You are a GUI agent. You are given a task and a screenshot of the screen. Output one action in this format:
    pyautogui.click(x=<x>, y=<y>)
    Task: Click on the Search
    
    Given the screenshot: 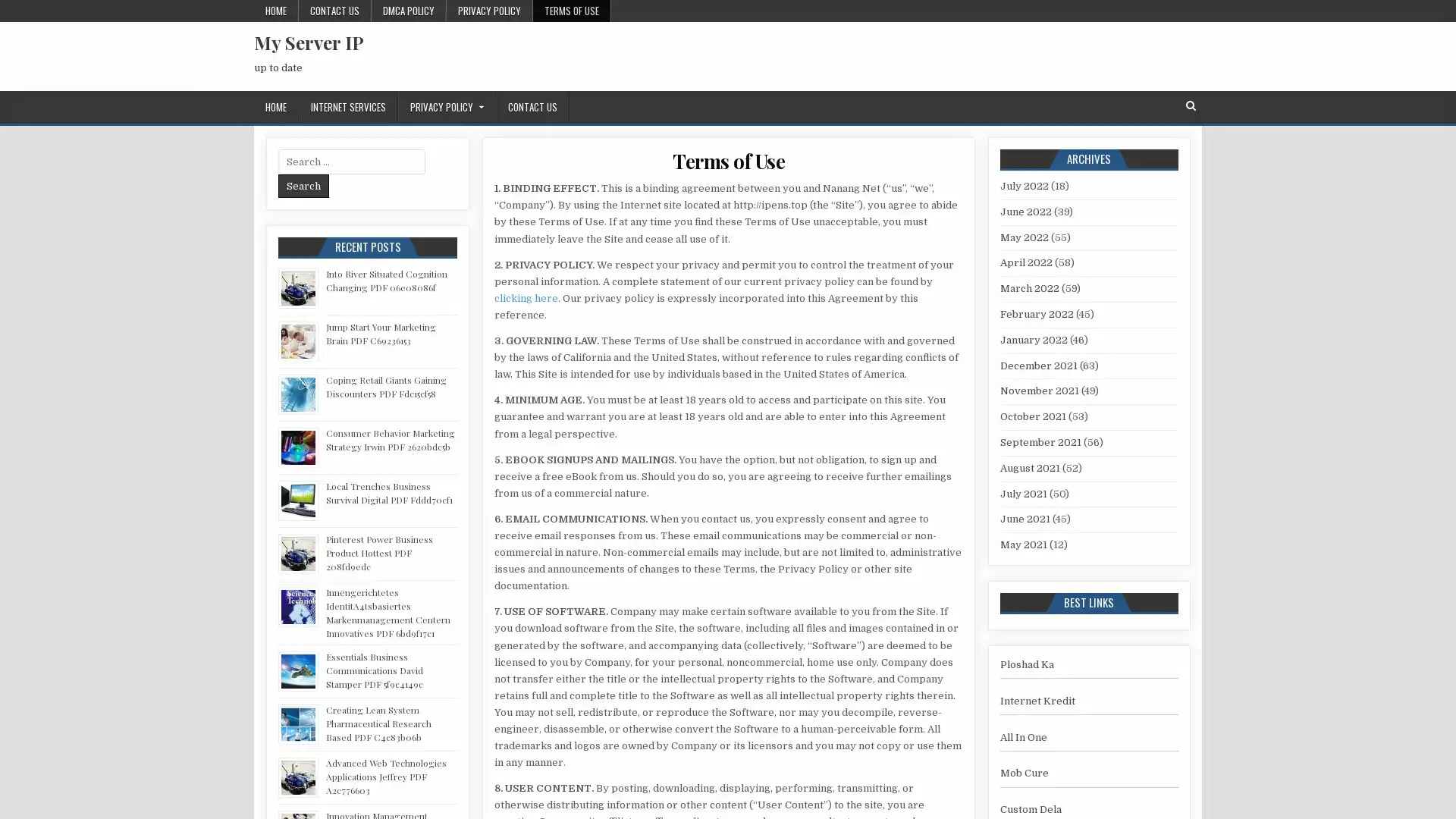 What is the action you would take?
    pyautogui.click(x=303, y=185)
    